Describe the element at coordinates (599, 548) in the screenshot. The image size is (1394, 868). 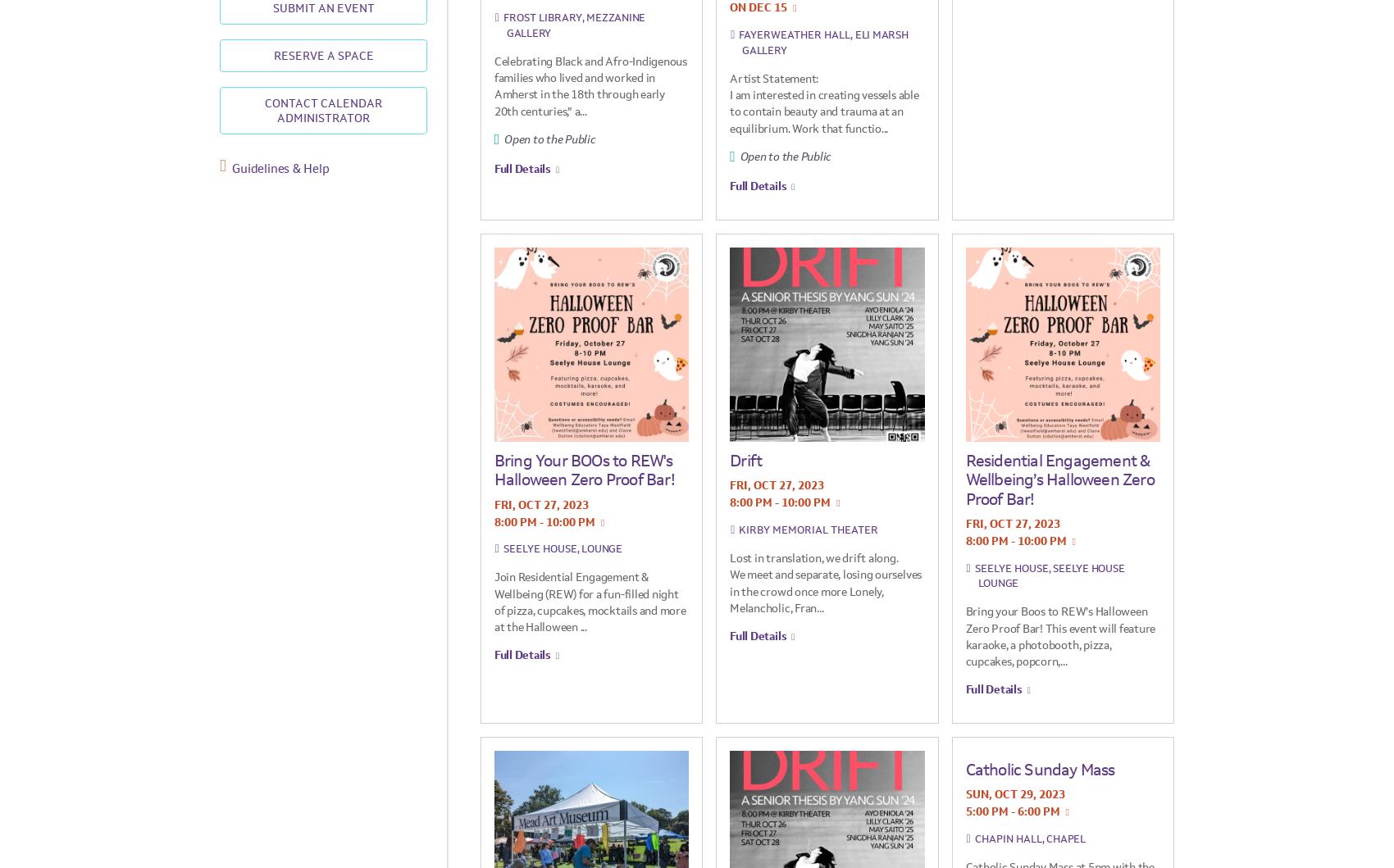
I see `', Lounge'` at that location.